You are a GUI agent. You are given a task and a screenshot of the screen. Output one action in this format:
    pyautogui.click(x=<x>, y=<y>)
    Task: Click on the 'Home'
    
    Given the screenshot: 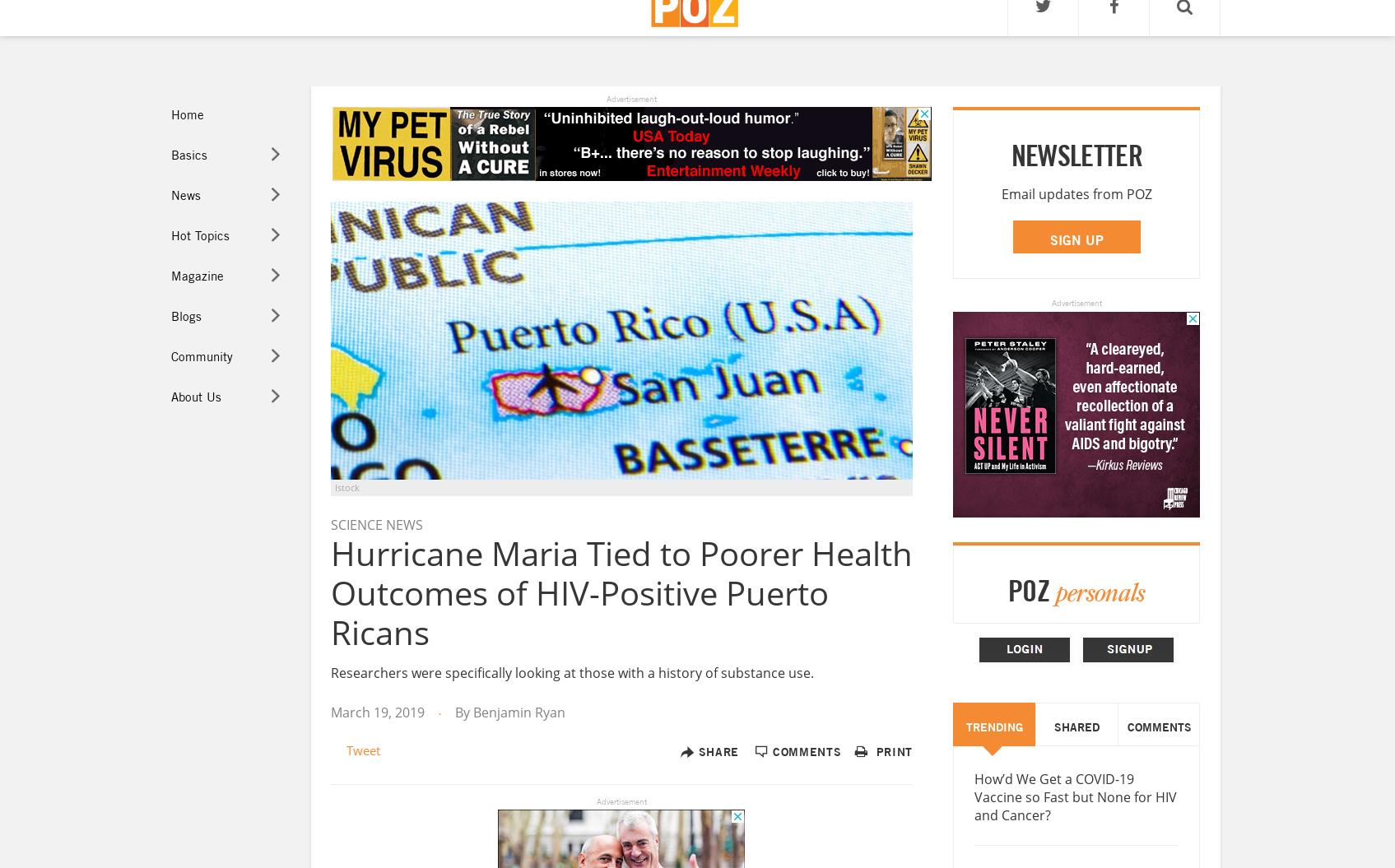 What is the action you would take?
    pyautogui.click(x=185, y=114)
    